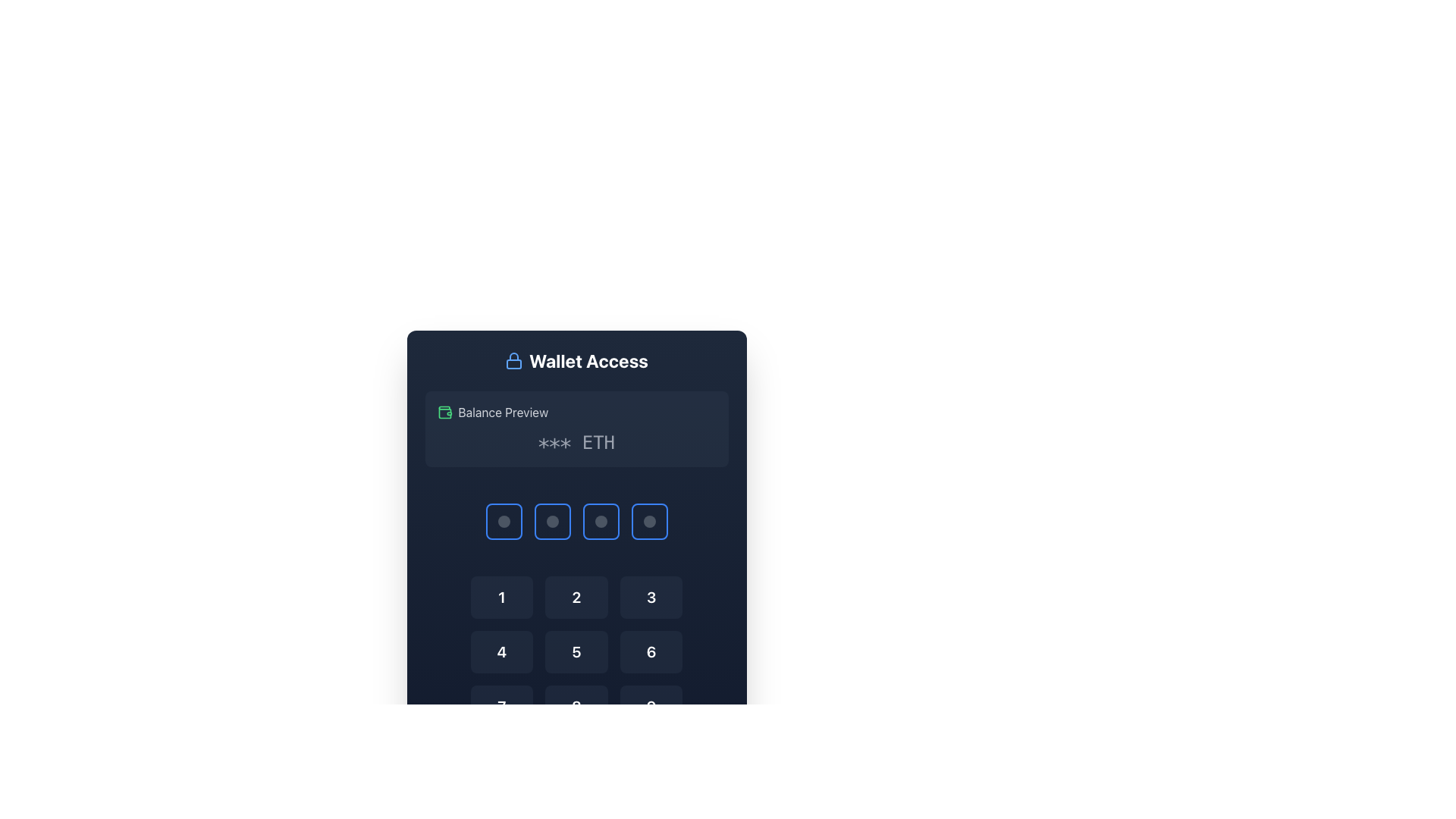 This screenshot has height=819, width=1456. What do you see at coordinates (501, 761) in the screenshot?
I see `the empty or inactive button located at the bottom-left corner of the keypad interface, which is the tenth element in a grid of 12 elements` at bounding box center [501, 761].